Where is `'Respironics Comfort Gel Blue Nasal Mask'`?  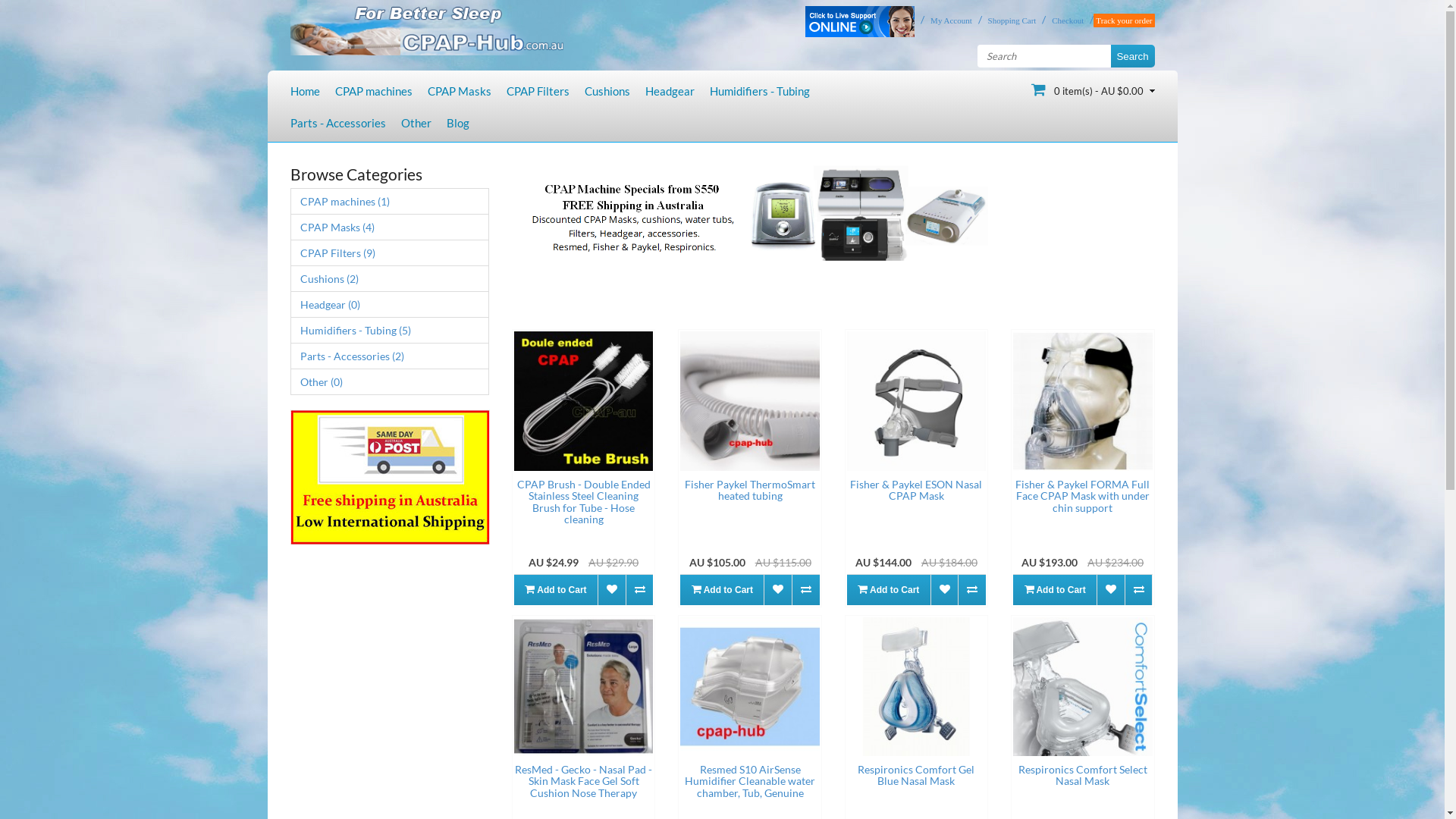
'Respironics Comfort Gel Blue Nasal Mask' is located at coordinates (915, 775).